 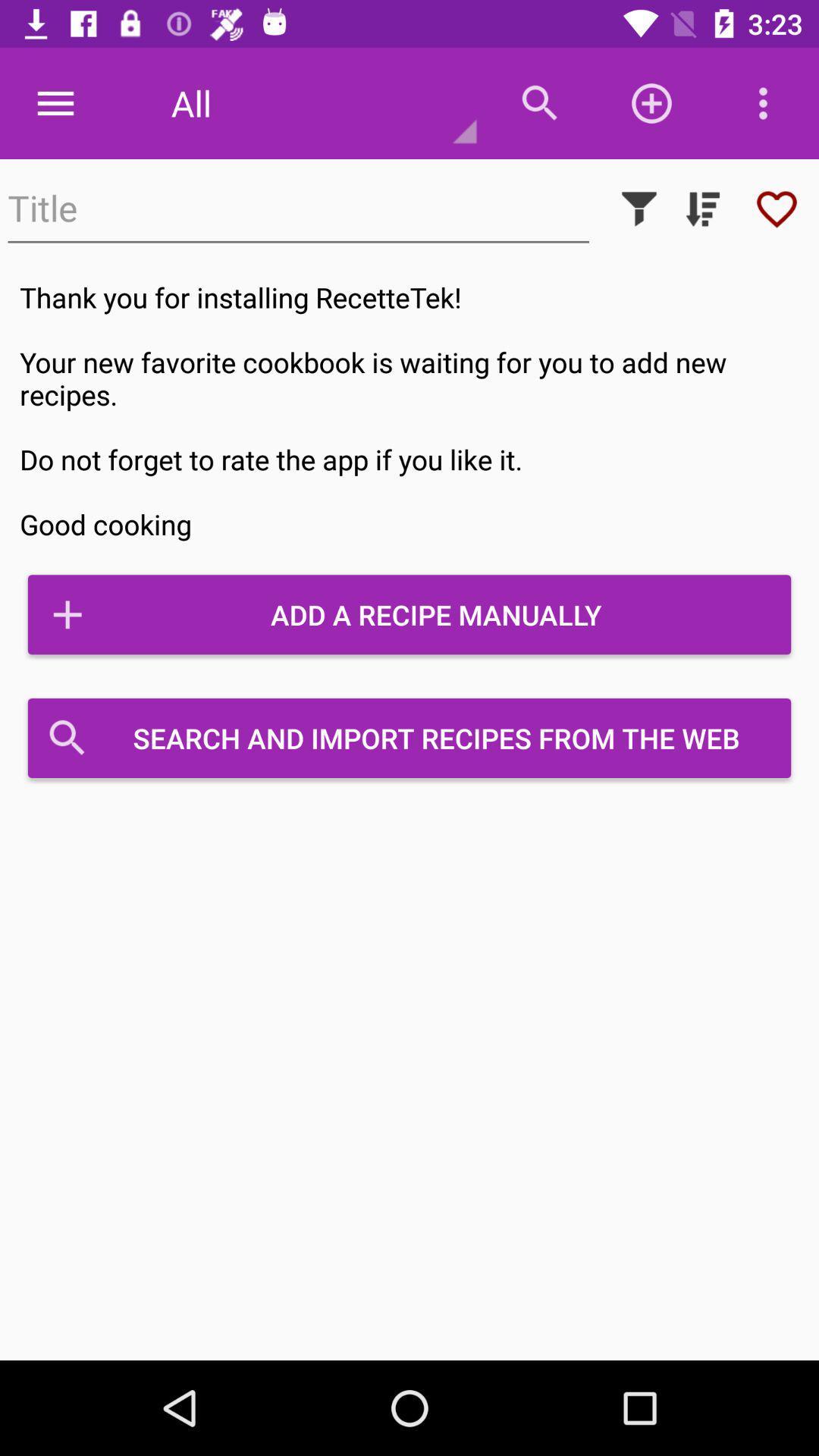 What do you see at coordinates (777, 208) in the screenshot?
I see `the favorite icon` at bounding box center [777, 208].